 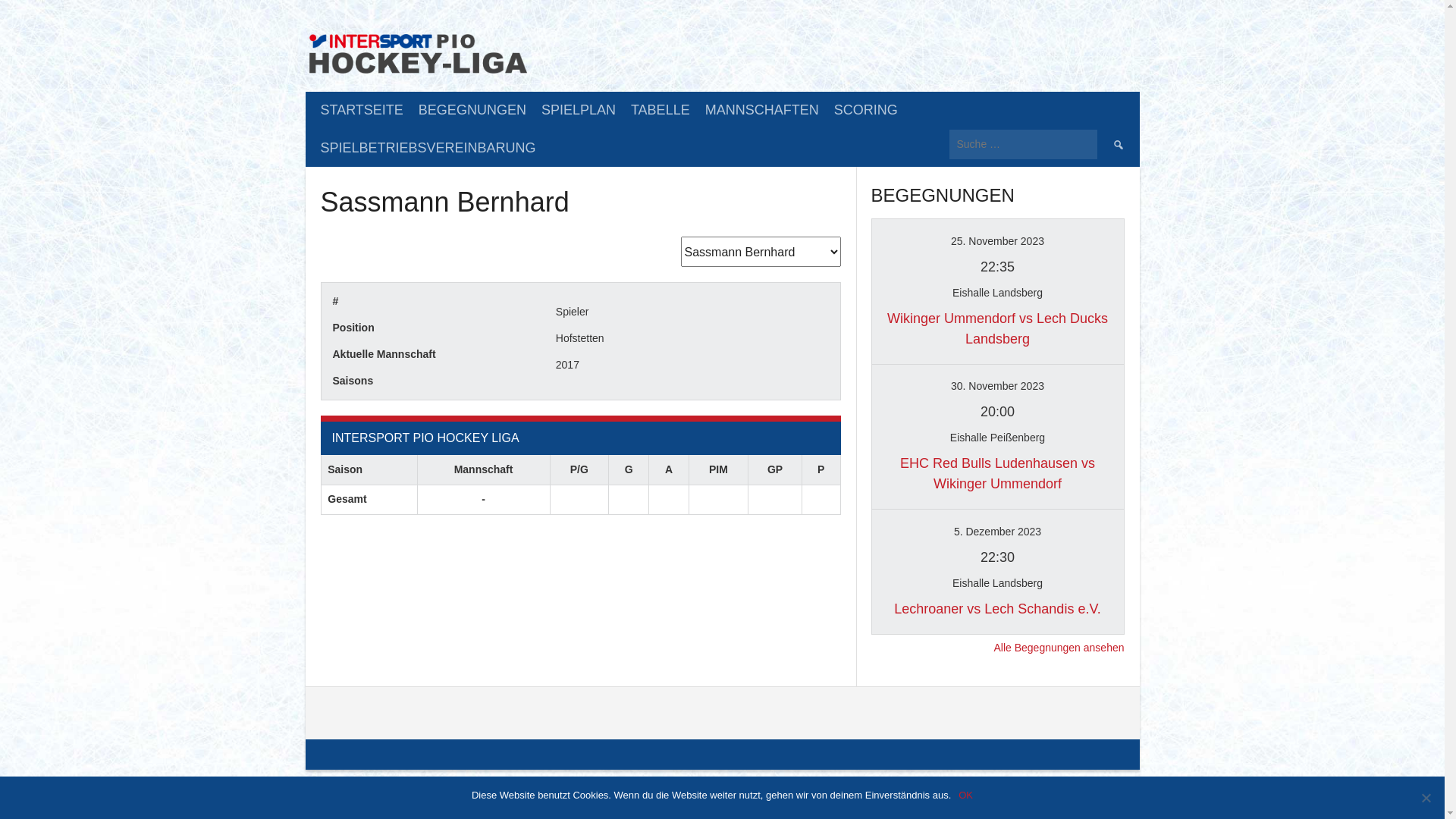 What do you see at coordinates (997, 412) in the screenshot?
I see `'20:00'` at bounding box center [997, 412].